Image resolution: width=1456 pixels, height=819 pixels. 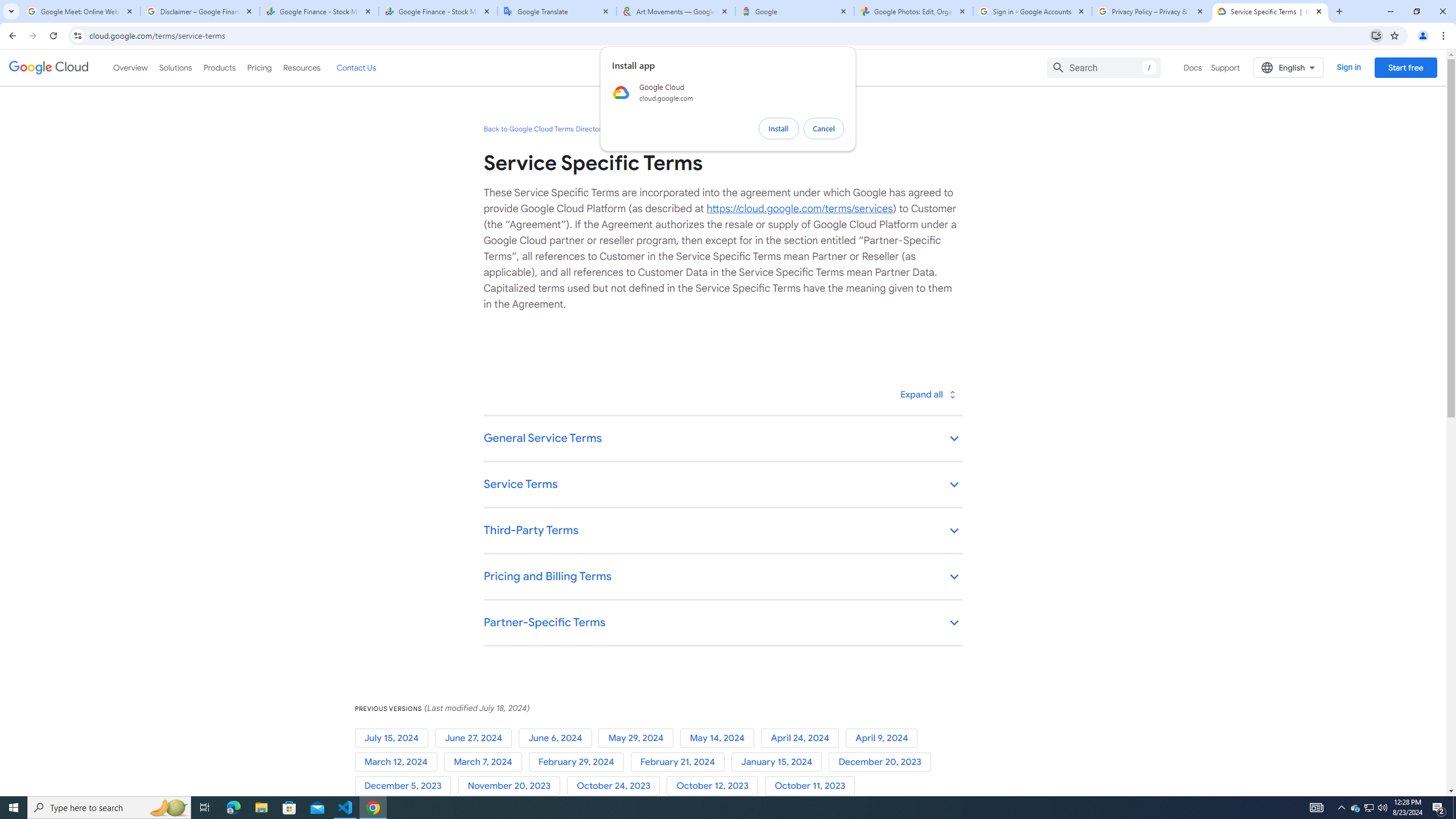 What do you see at coordinates (406, 786) in the screenshot?
I see `'December 5, 2023'` at bounding box center [406, 786].